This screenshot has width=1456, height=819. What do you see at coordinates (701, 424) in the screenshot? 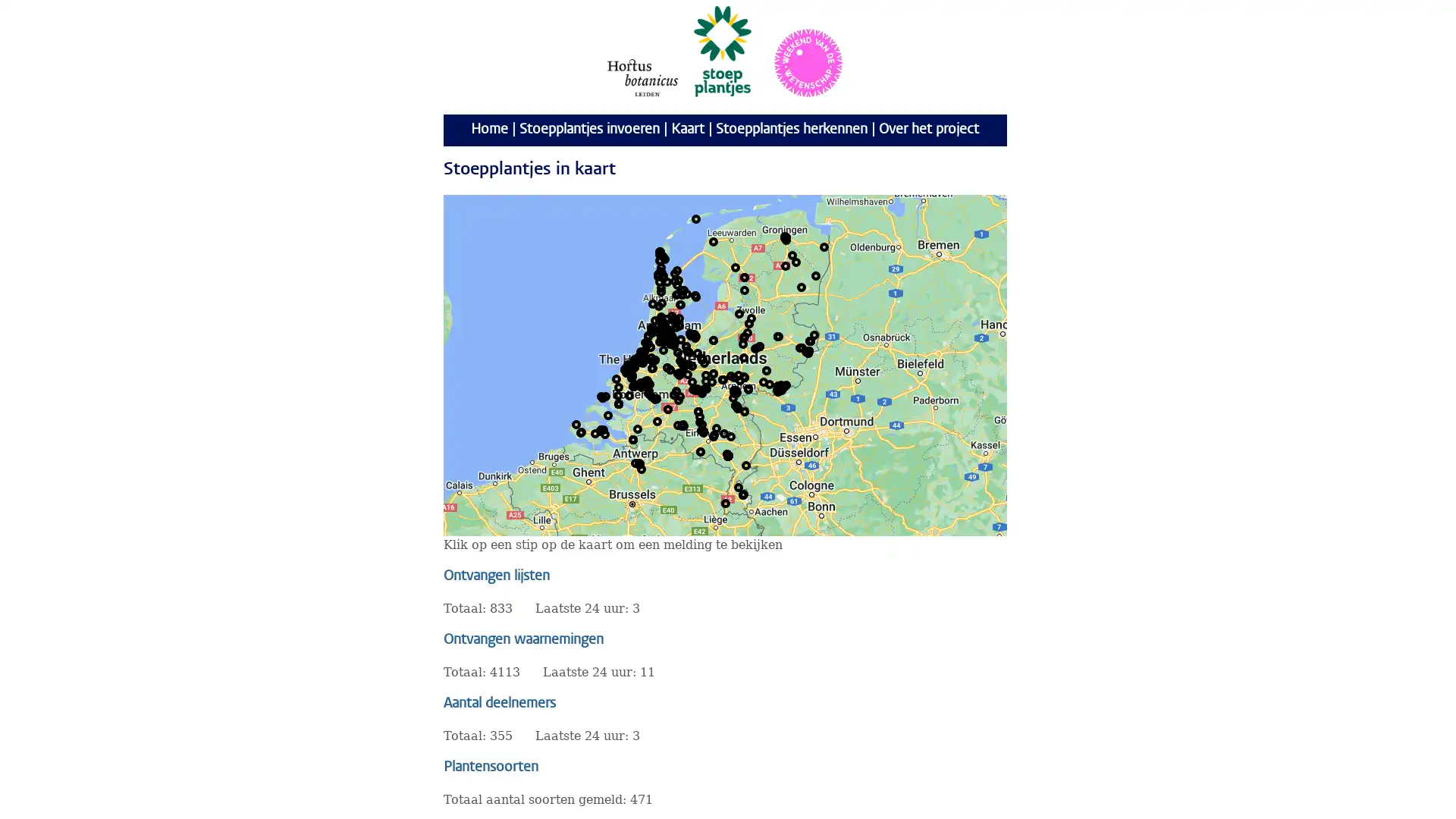
I see `Telling van Marian op 08 mei 2022` at bounding box center [701, 424].